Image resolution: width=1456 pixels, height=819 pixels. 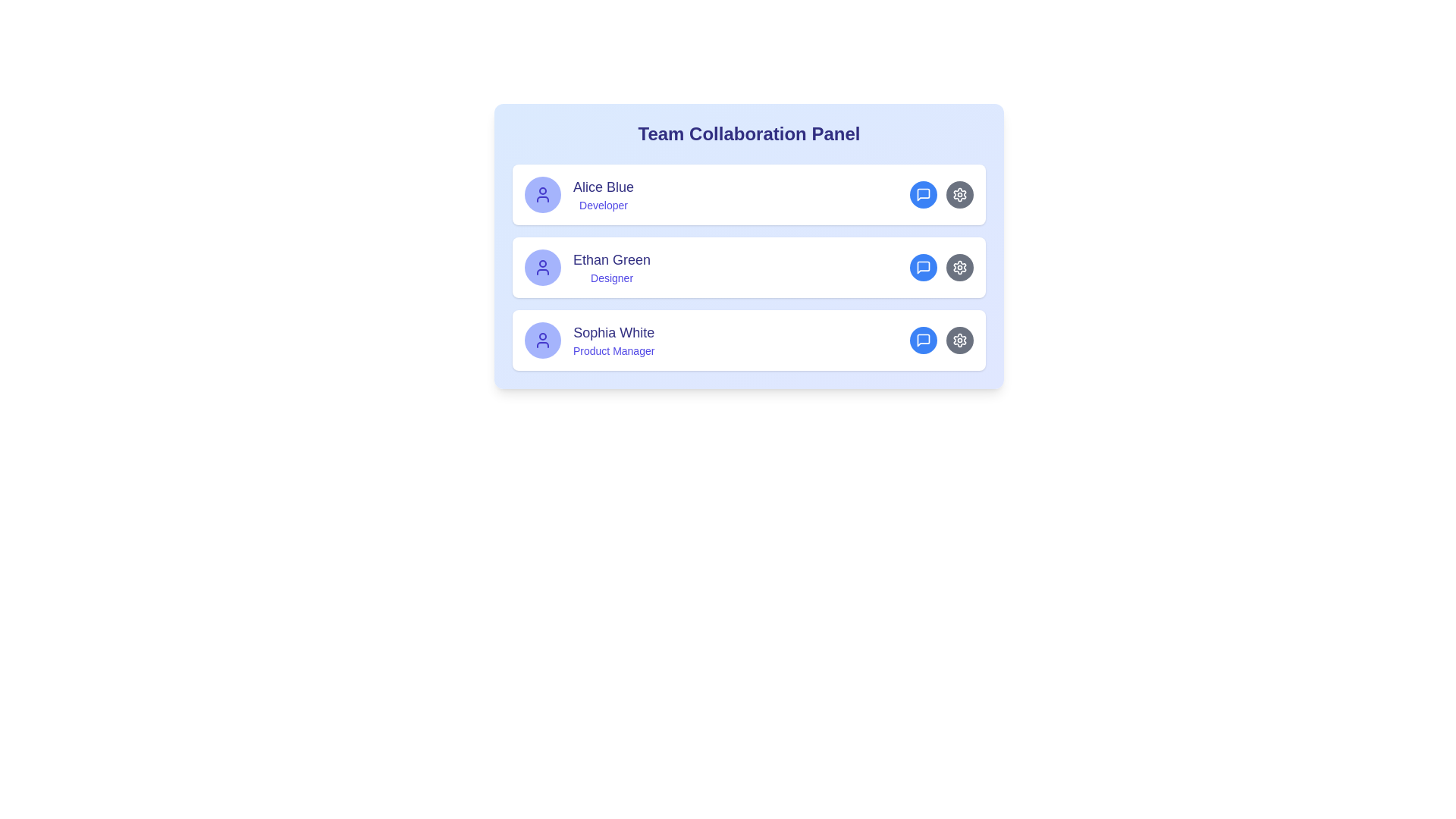 What do you see at coordinates (923, 339) in the screenshot?
I see `the message icon in the 'Sophia White' user card, which is the first icon in the third row` at bounding box center [923, 339].